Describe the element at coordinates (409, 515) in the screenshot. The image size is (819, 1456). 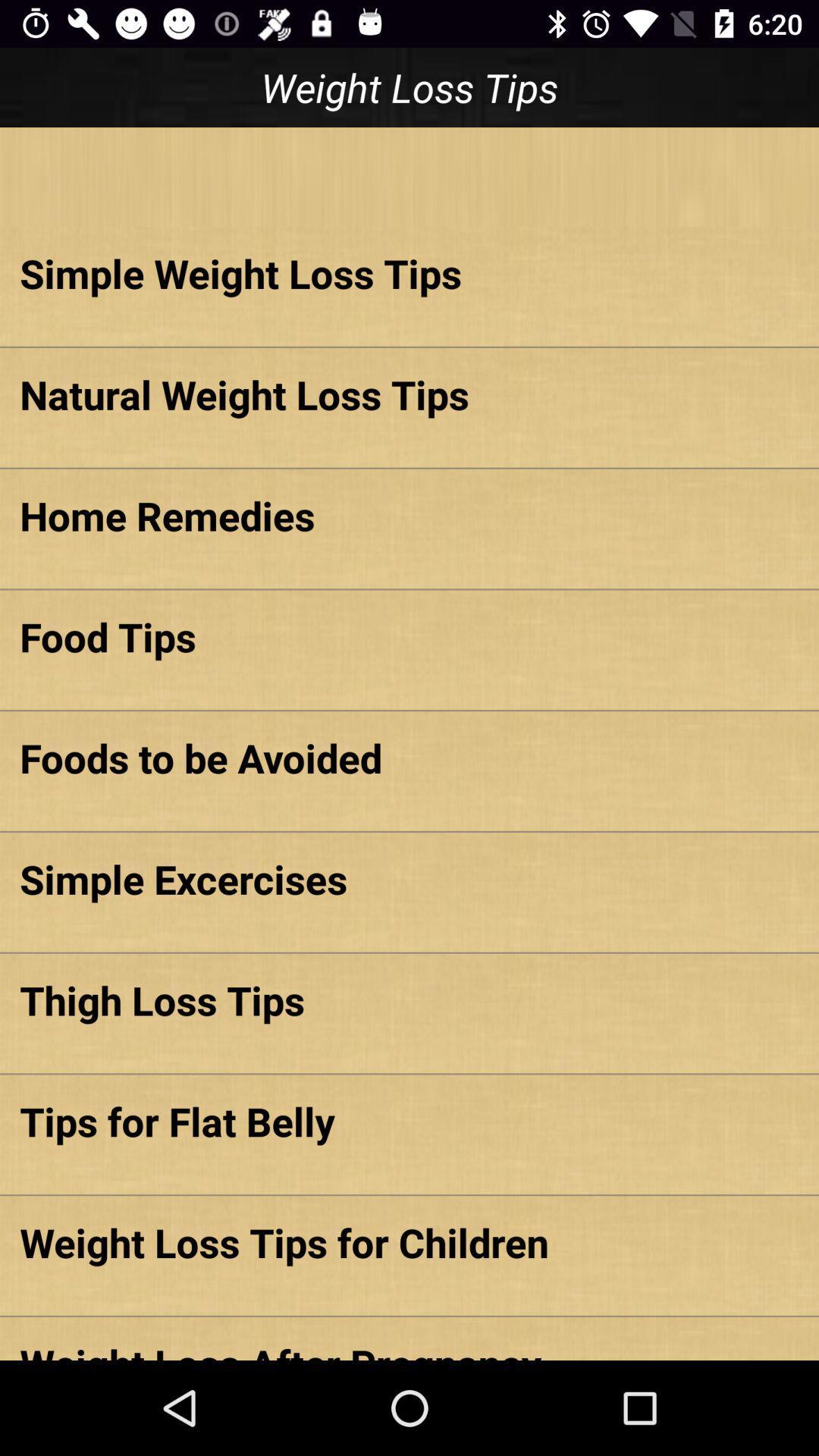
I see `home remedies icon` at that location.